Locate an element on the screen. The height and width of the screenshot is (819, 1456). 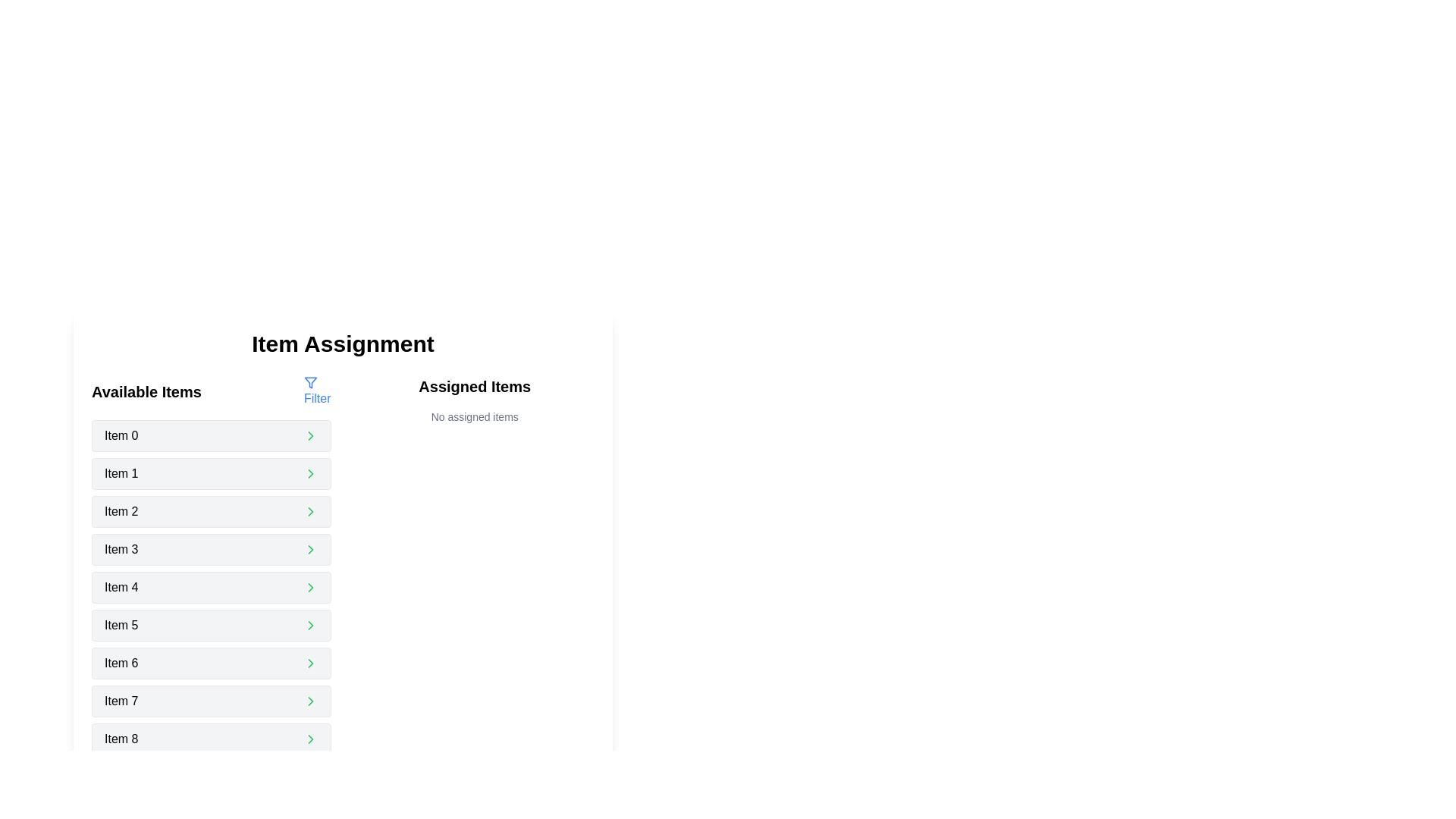
the text label displaying 'Item 6' in the 'Available Items' column, which is styled with a bold typeface and appears in a white box with gray borders is located at coordinates (121, 663).